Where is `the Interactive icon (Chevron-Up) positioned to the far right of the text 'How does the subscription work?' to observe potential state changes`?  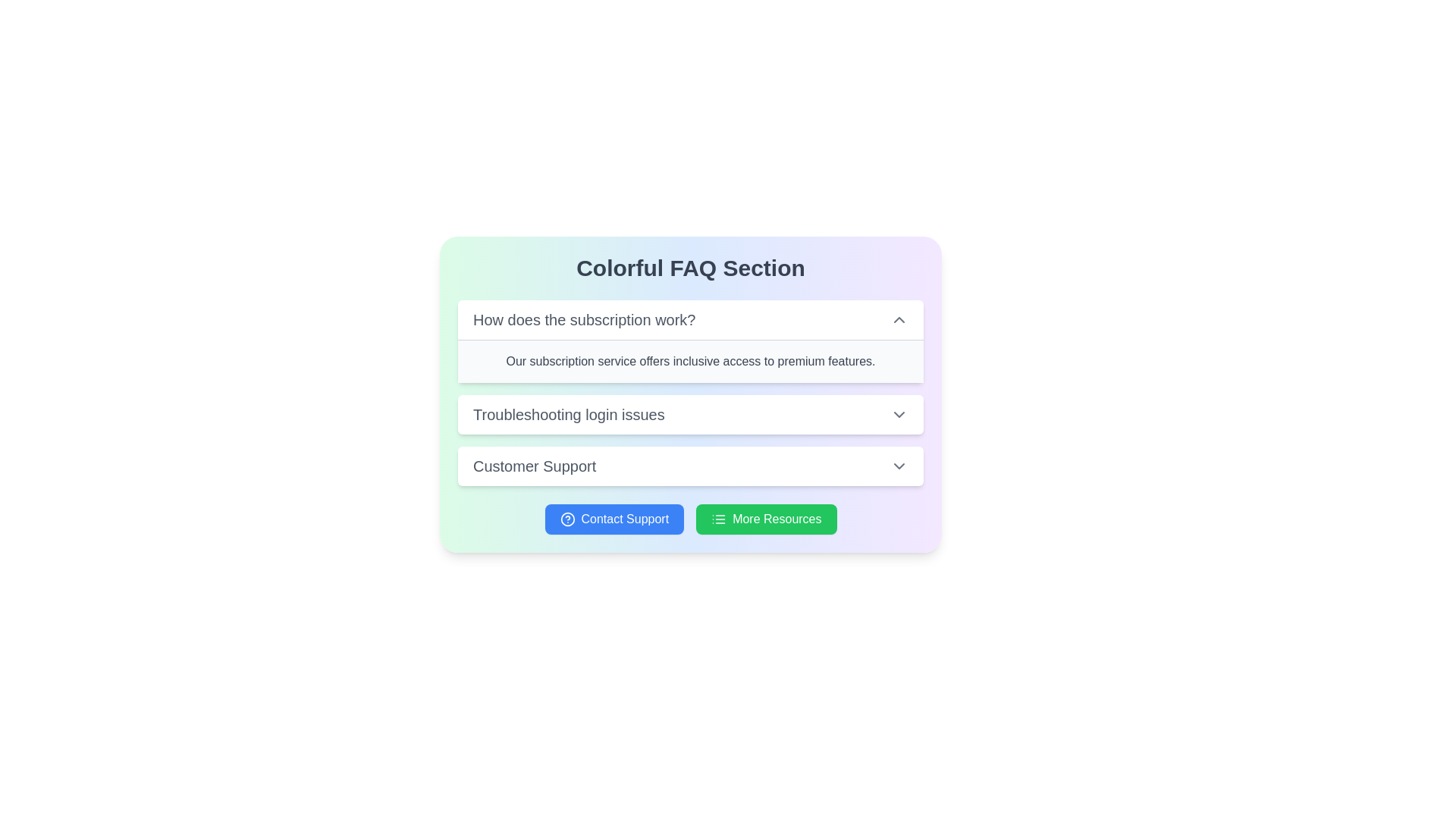 the Interactive icon (Chevron-Up) positioned to the far right of the text 'How does the subscription work?' to observe potential state changes is located at coordinates (899, 318).